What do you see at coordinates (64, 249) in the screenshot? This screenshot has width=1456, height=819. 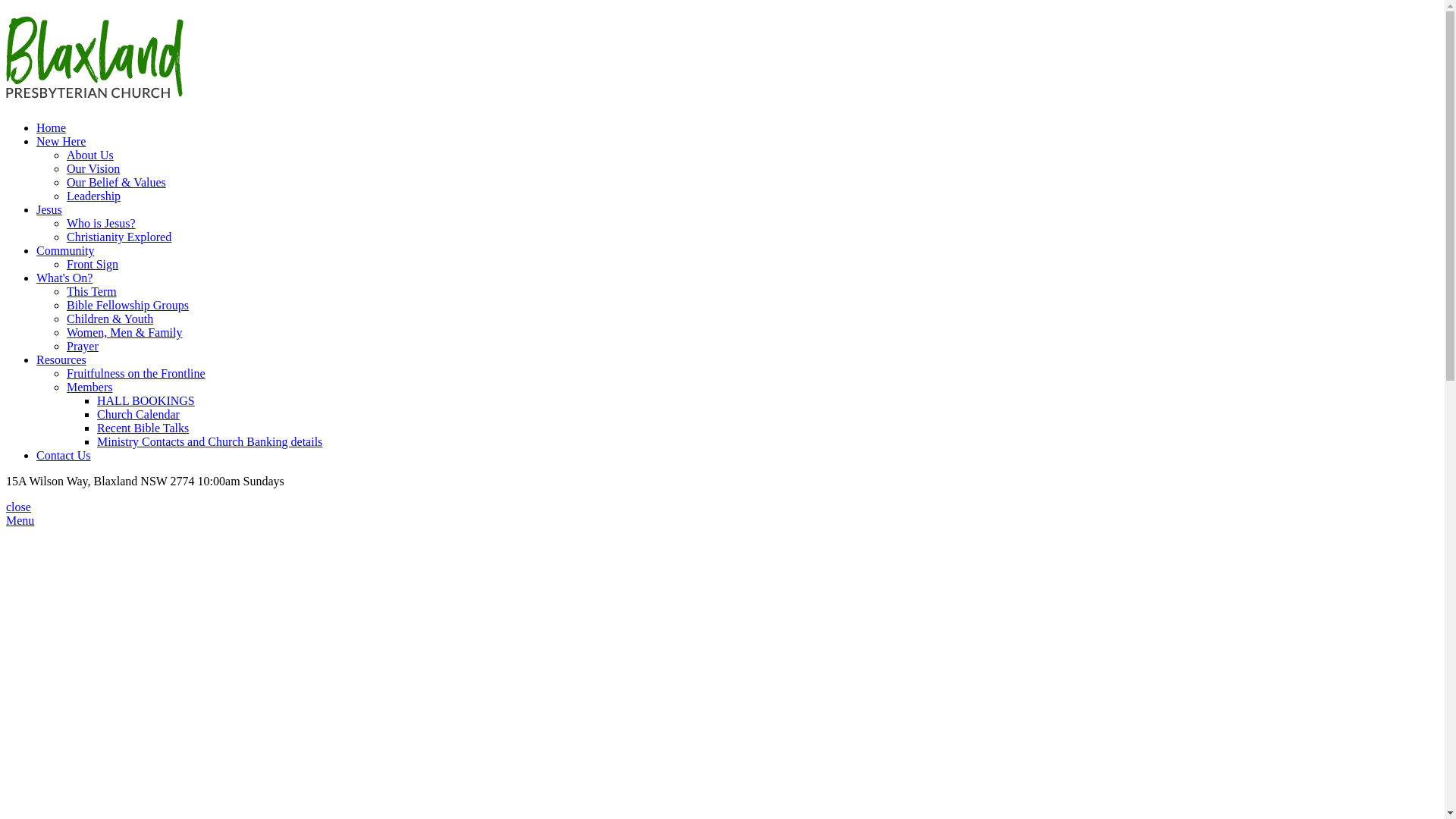 I see `'Community'` at bounding box center [64, 249].